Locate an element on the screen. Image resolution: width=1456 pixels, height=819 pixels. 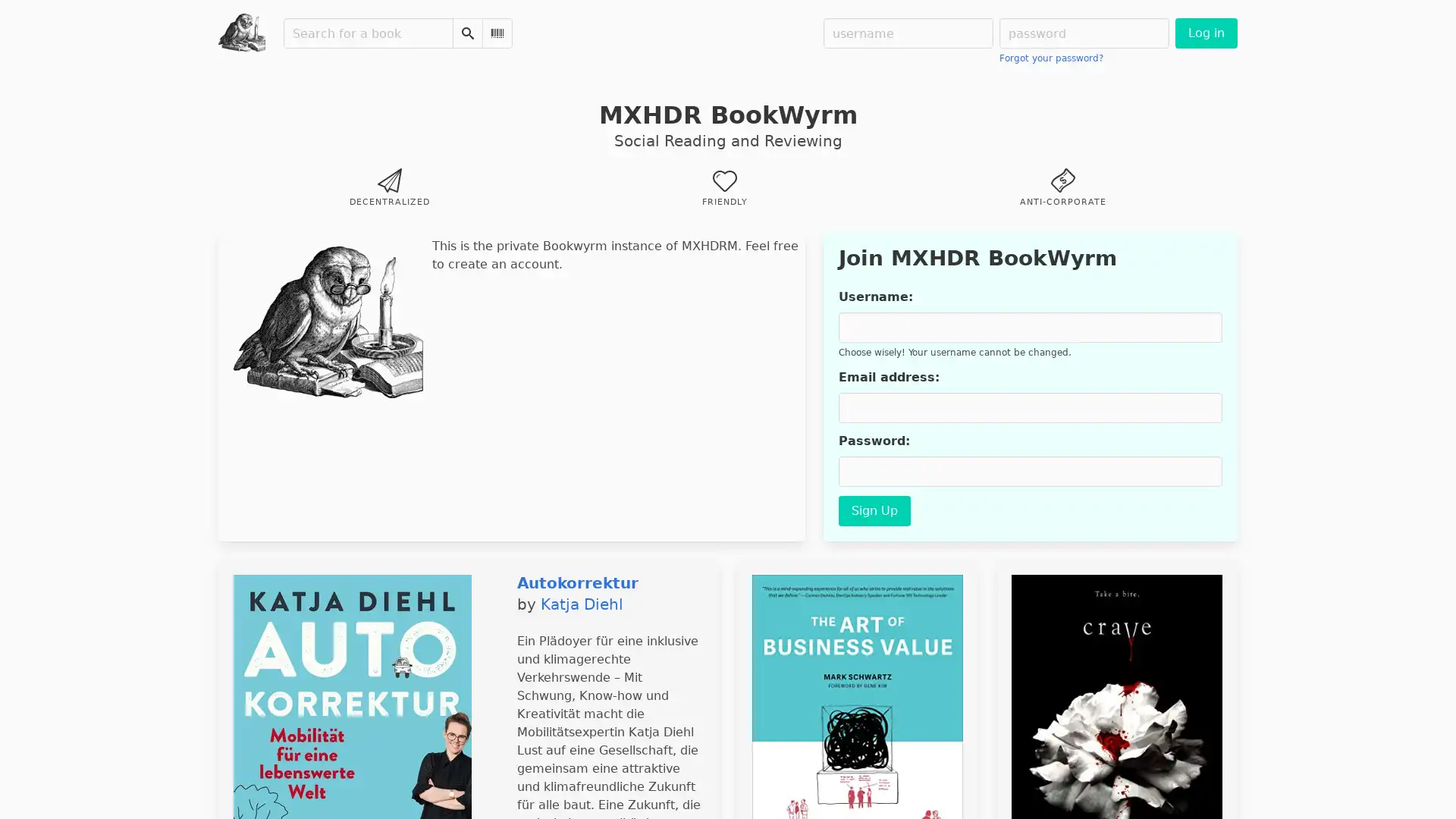
Scan Barcode is located at coordinates (497, 33).